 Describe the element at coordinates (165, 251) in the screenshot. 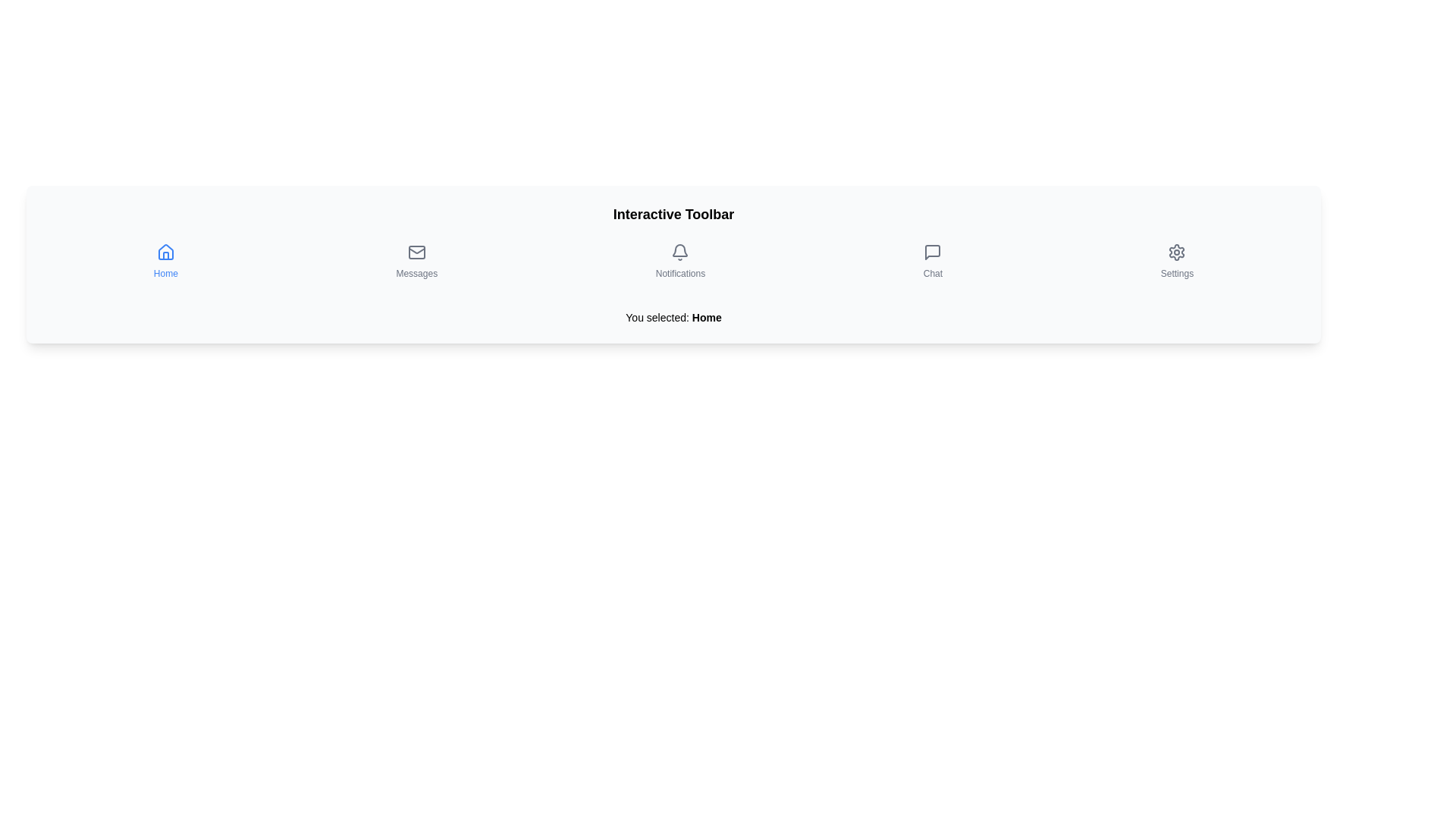

I see `the 'Home' icon in the navigation menu, which is the first icon on the left and directly above the text label 'Home'` at that location.